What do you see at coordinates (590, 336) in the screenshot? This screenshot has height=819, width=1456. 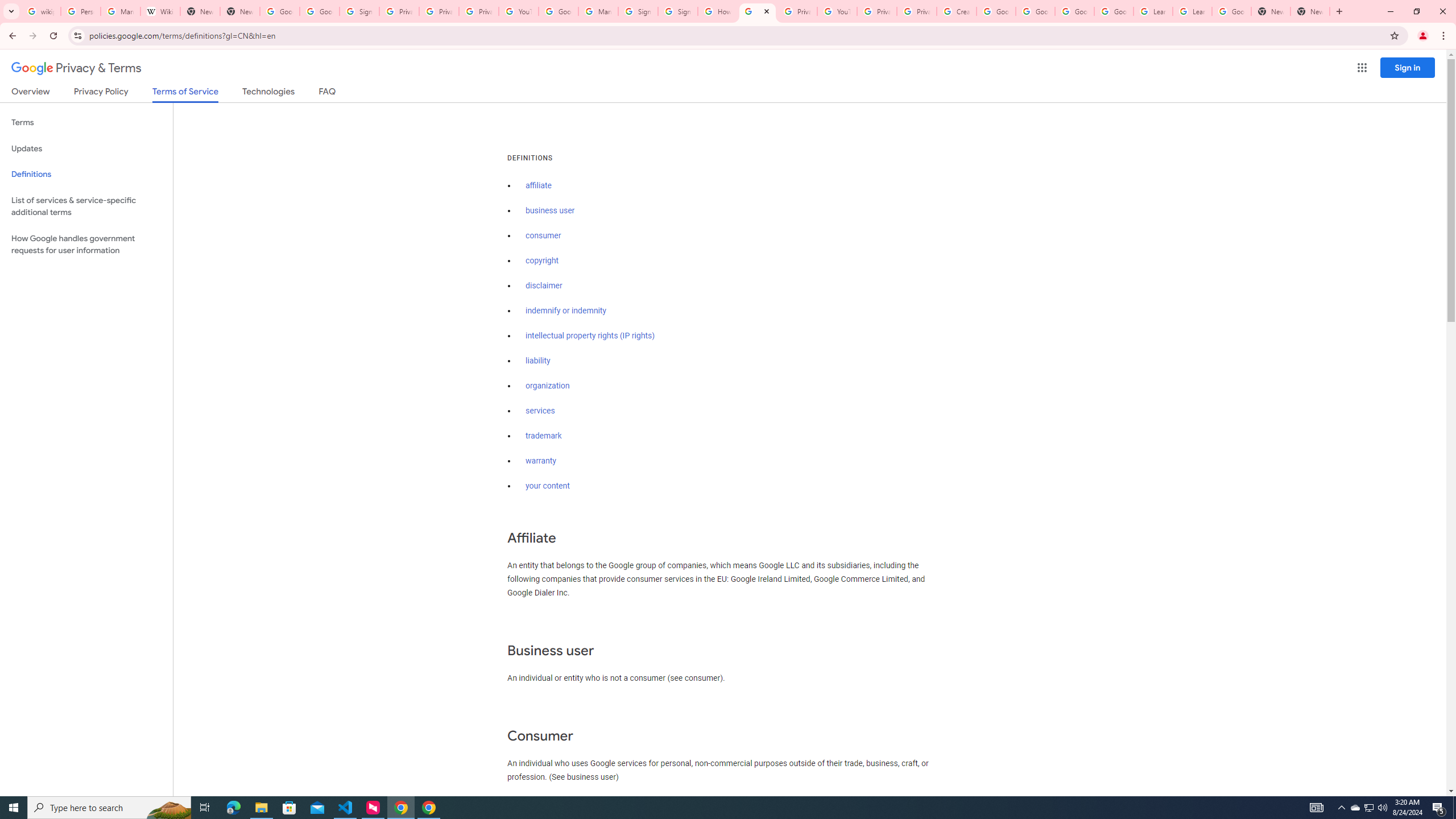 I see `'intellectual property rights (IP rights)'` at bounding box center [590, 336].